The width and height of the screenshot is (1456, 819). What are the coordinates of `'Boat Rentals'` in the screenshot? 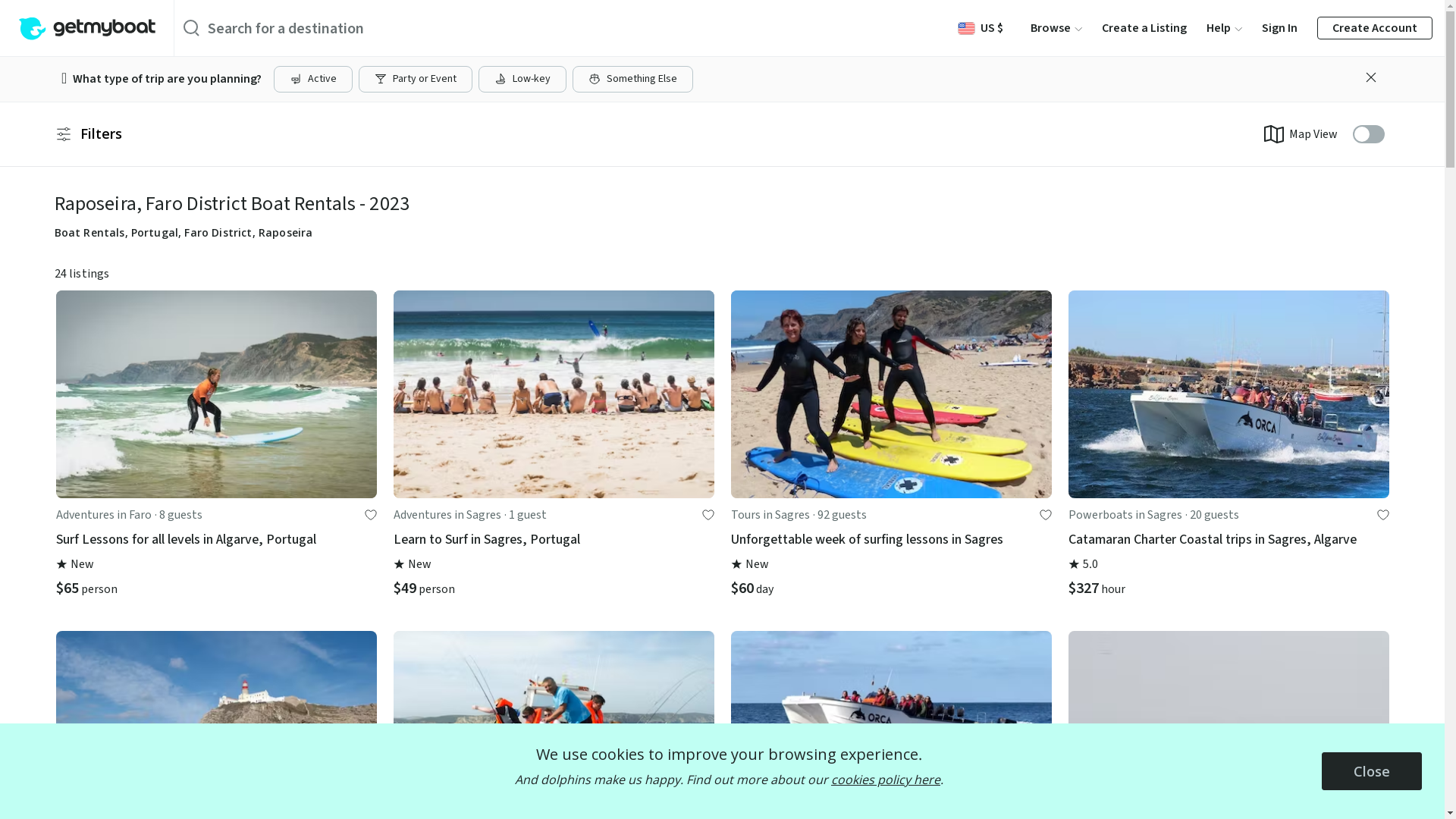 It's located at (89, 232).